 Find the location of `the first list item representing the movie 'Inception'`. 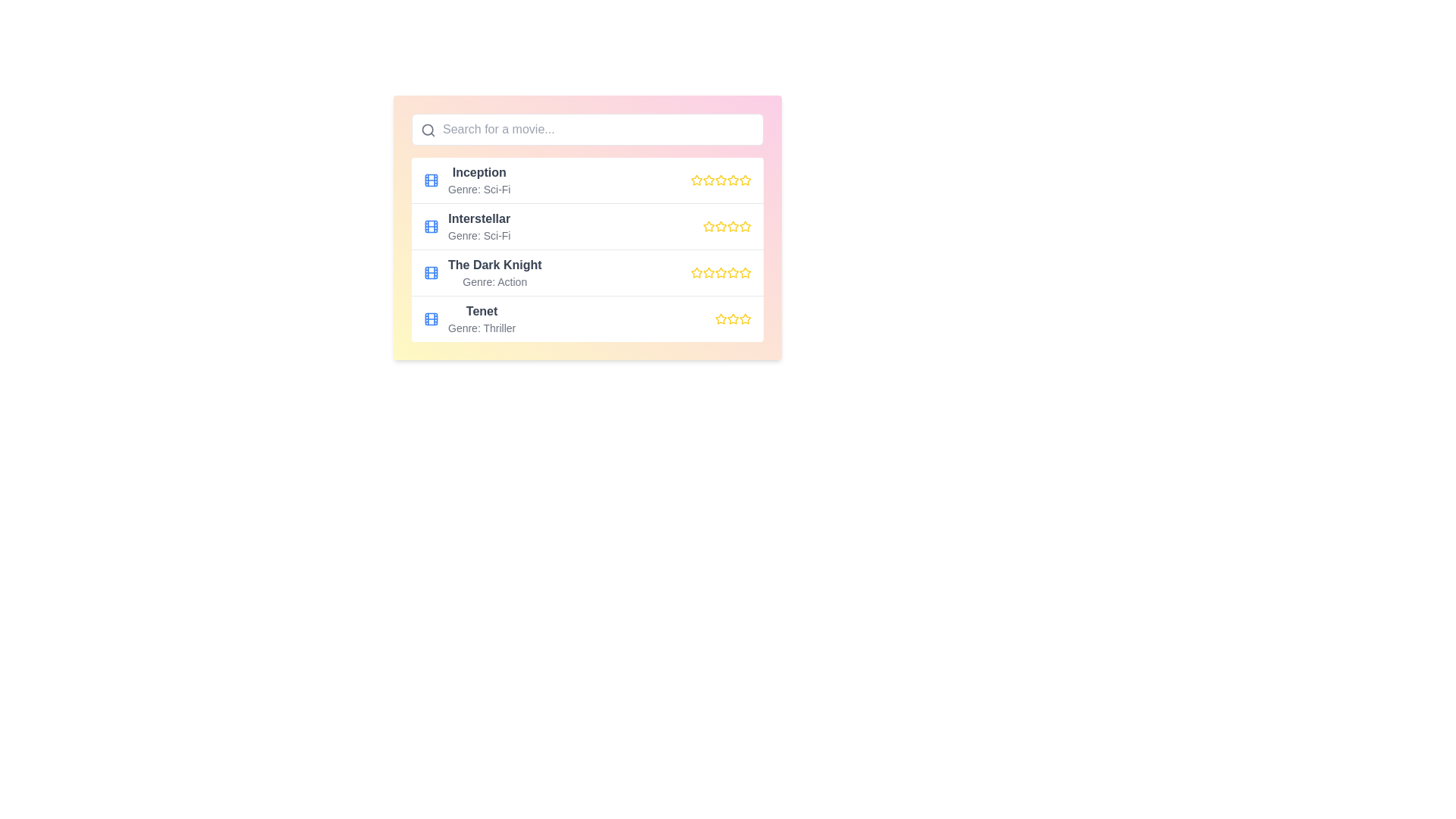

the first list item representing the movie 'Inception' is located at coordinates (466, 180).